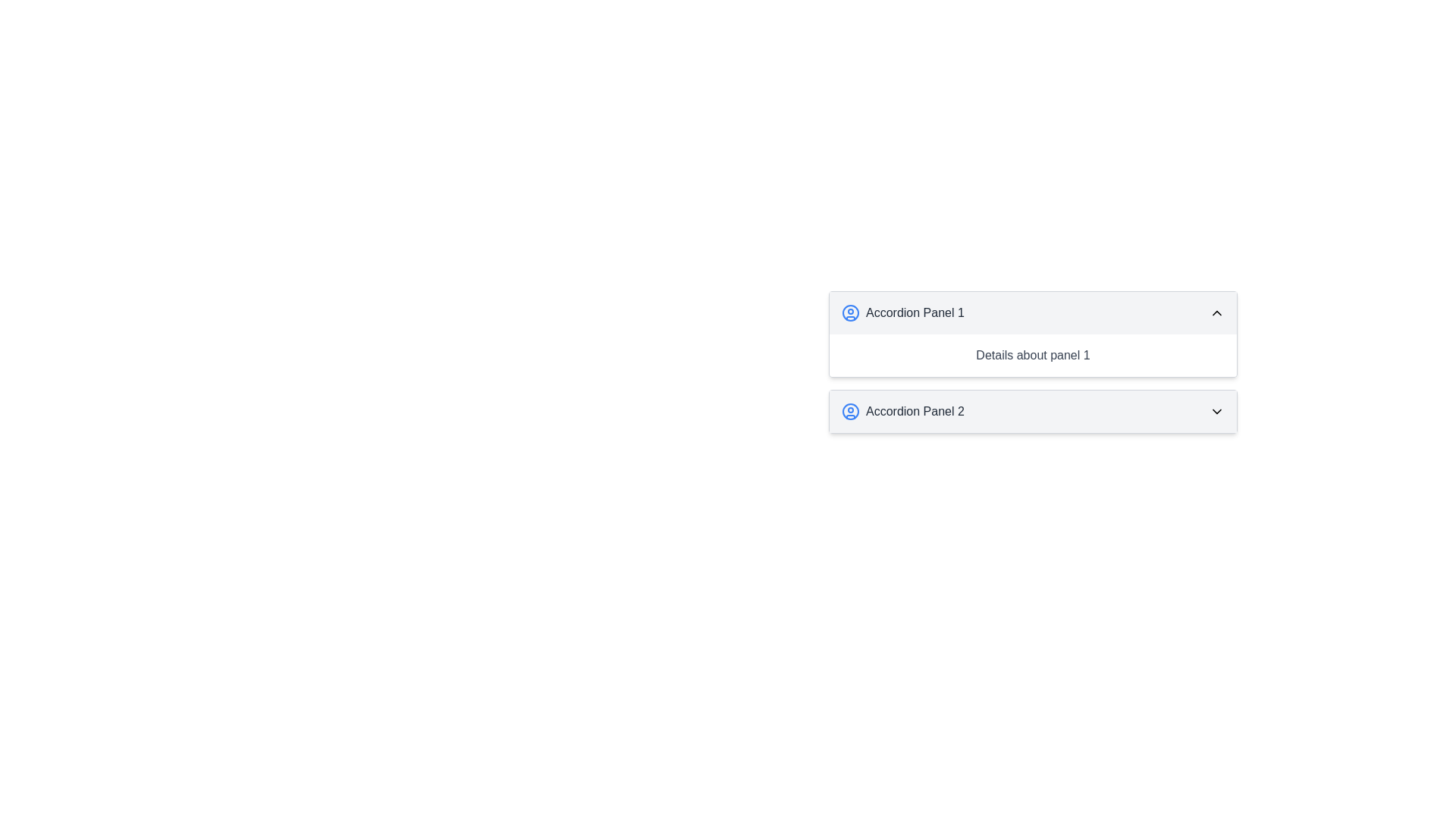 The height and width of the screenshot is (819, 1456). What do you see at coordinates (1032, 356) in the screenshot?
I see `the text block displaying 'Details about panel 1' located within the first accordion panel beneath the header labeled 'Accordion Panel 1'` at bounding box center [1032, 356].